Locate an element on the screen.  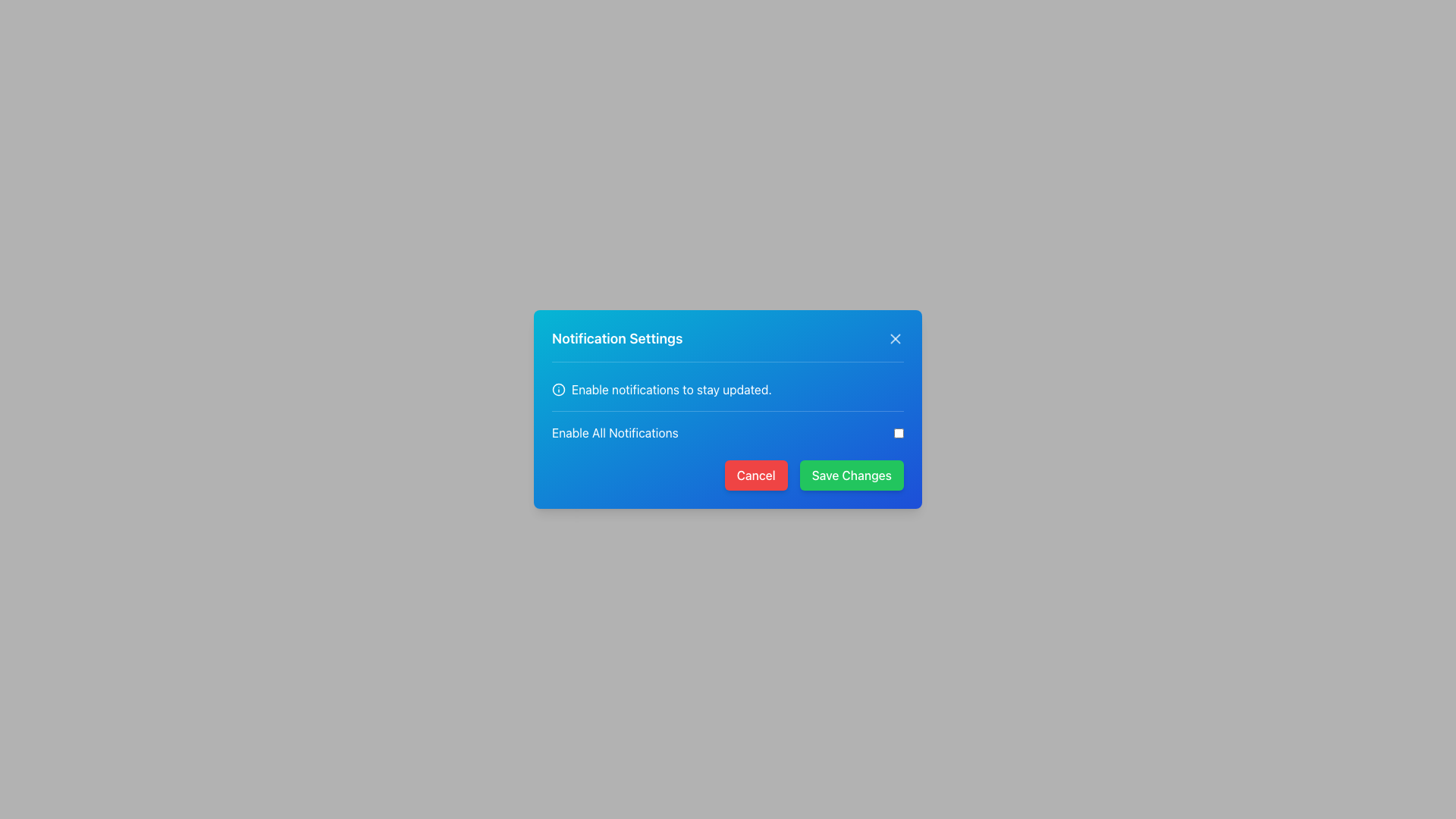
the small cross icon ('X') button located in the top-right corner of the 'Notification Settings' modal window is located at coordinates (895, 338).